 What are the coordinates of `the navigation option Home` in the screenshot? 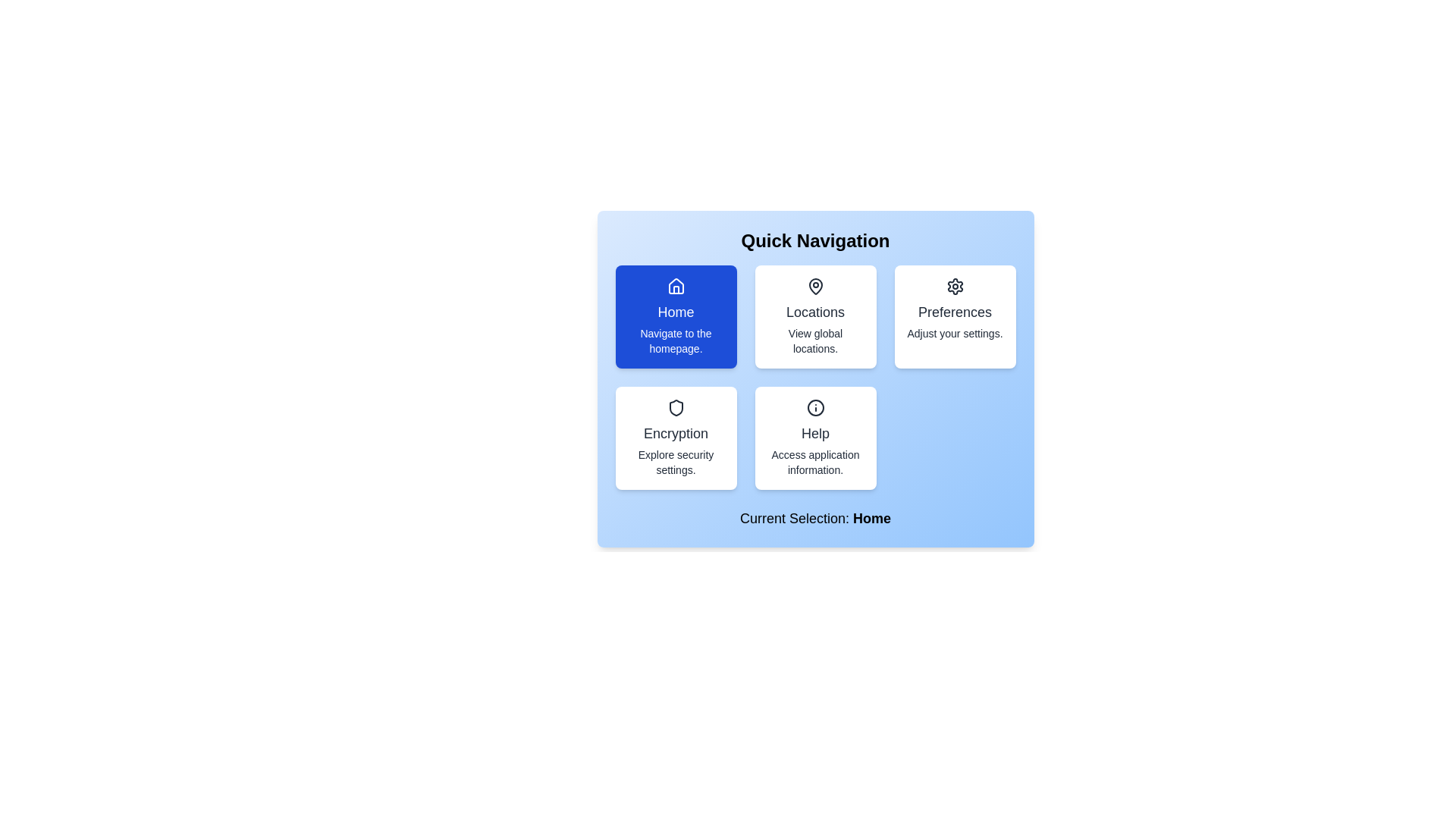 It's located at (675, 315).